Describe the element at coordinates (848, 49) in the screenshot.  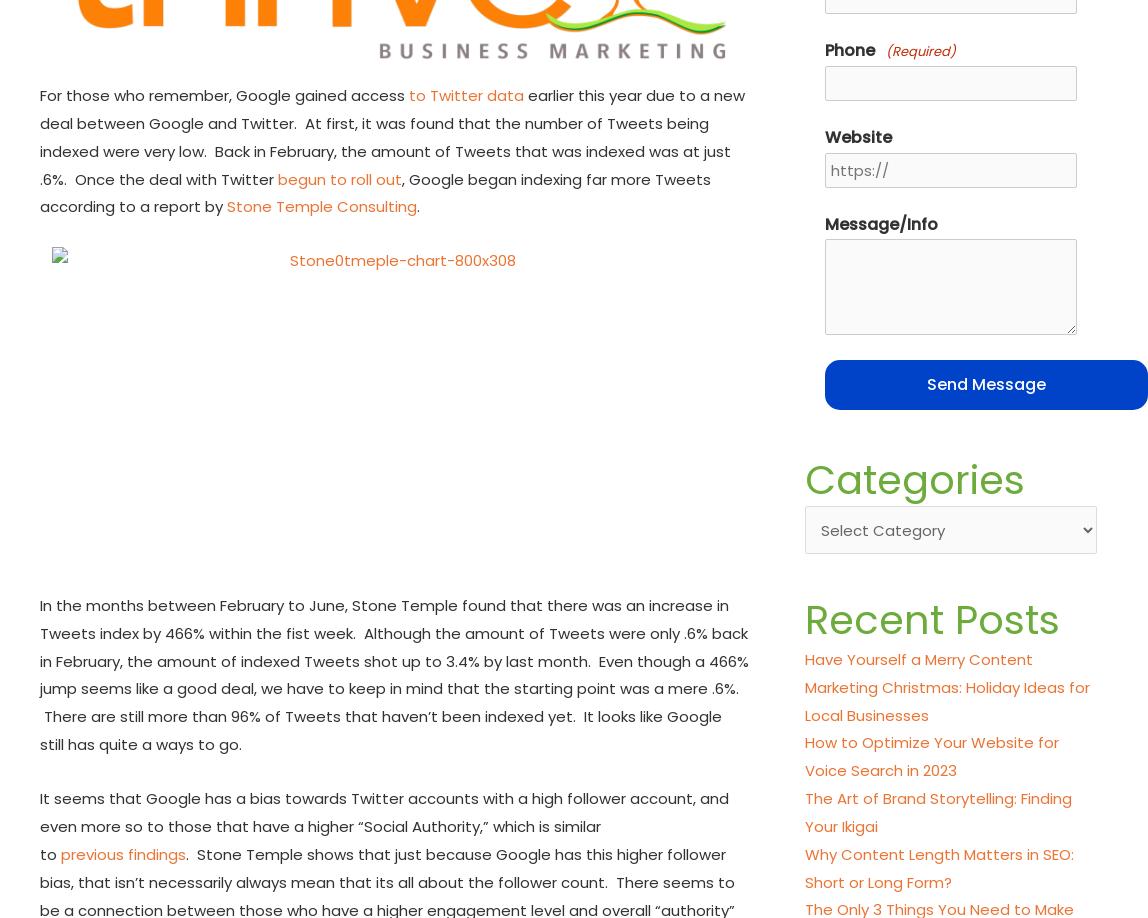
I see `'Phone'` at that location.